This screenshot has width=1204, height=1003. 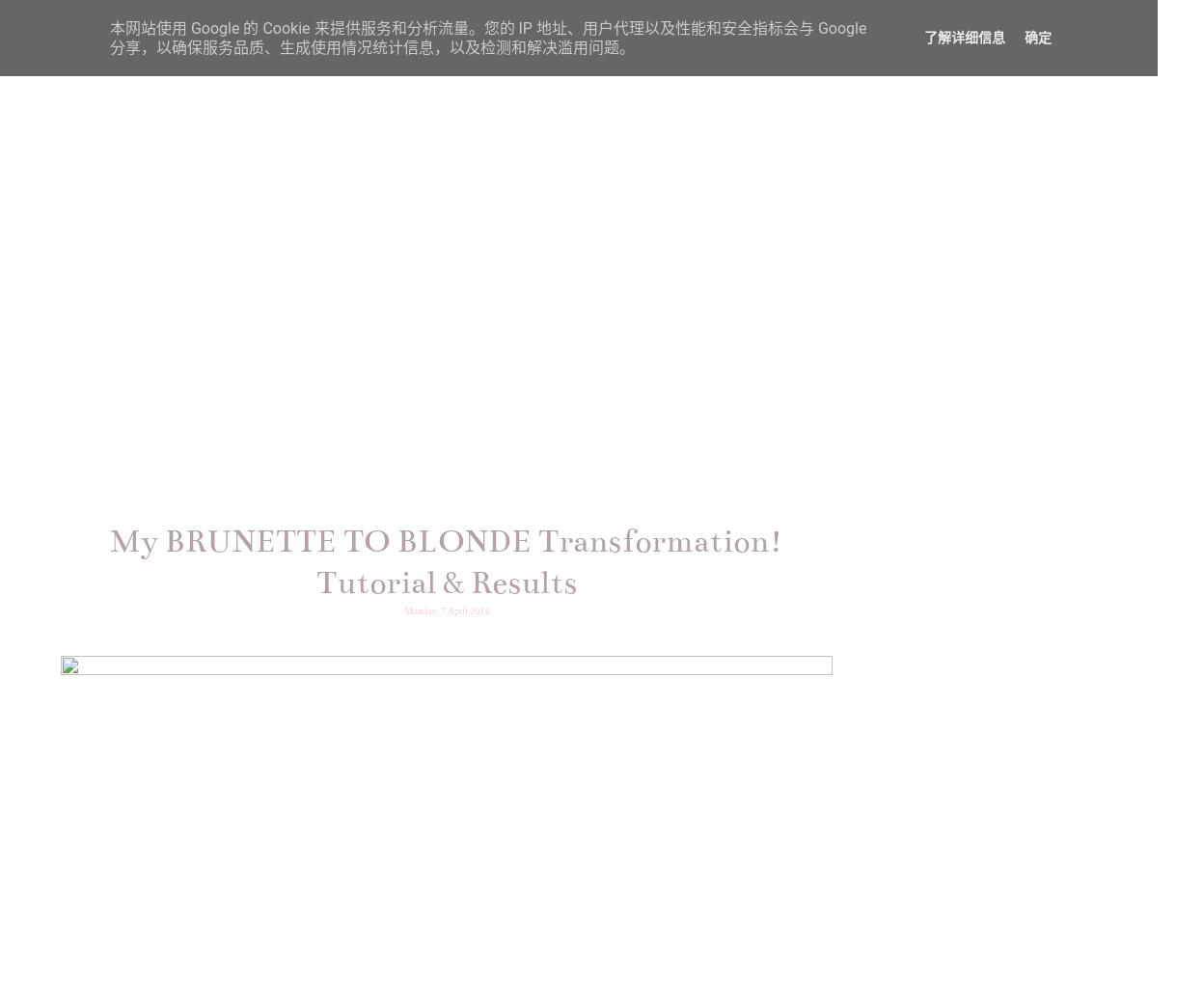 What do you see at coordinates (479, 68) in the screenshot?
I see `'ABOUT'` at bounding box center [479, 68].